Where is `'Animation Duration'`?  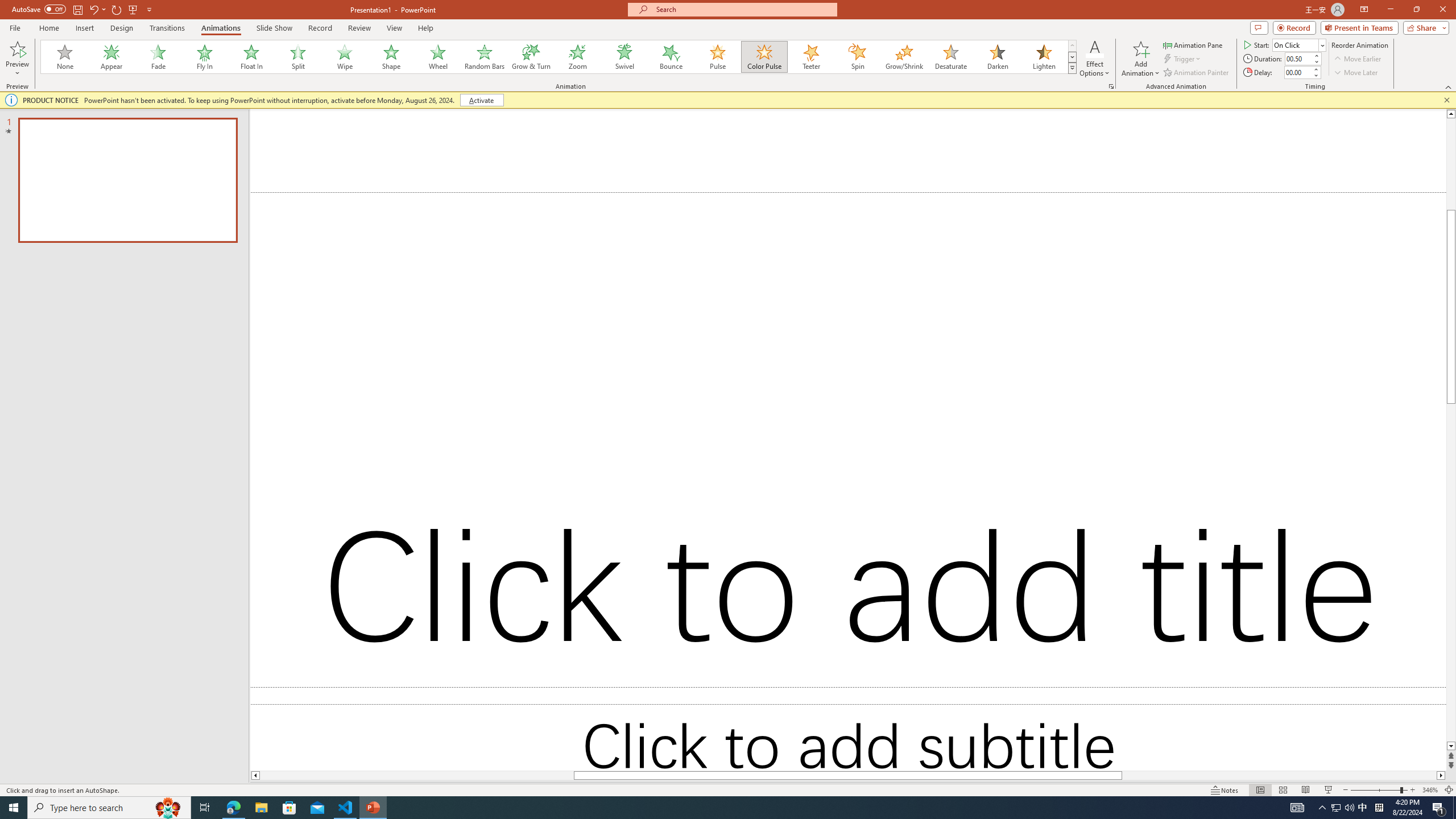 'Animation Duration' is located at coordinates (1298, 58).